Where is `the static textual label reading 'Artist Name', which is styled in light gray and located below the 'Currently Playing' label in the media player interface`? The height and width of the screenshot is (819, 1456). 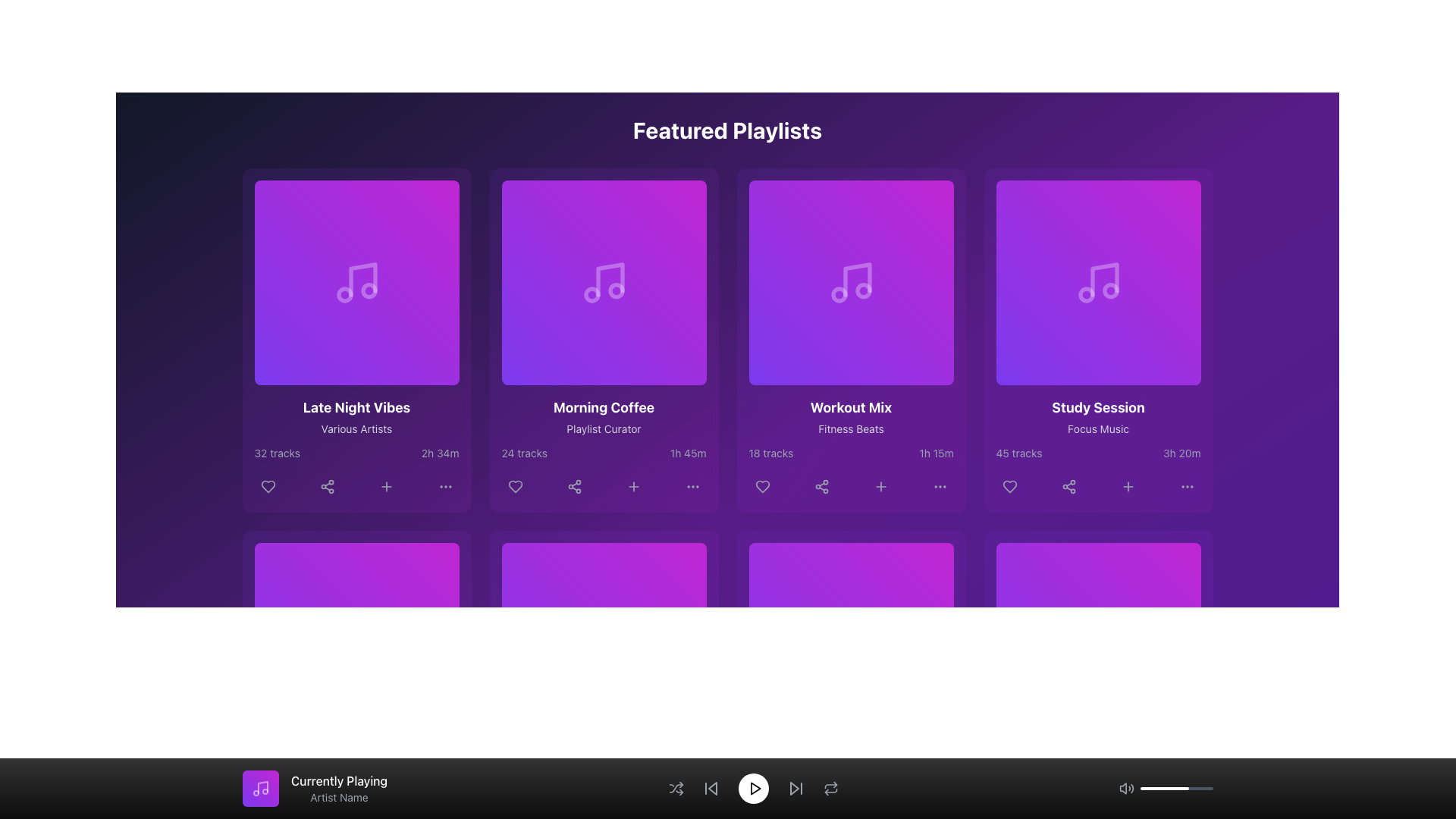
the static textual label reading 'Artist Name', which is styled in light gray and located below the 'Currently Playing' label in the media player interface is located at coordinates (338, 797).